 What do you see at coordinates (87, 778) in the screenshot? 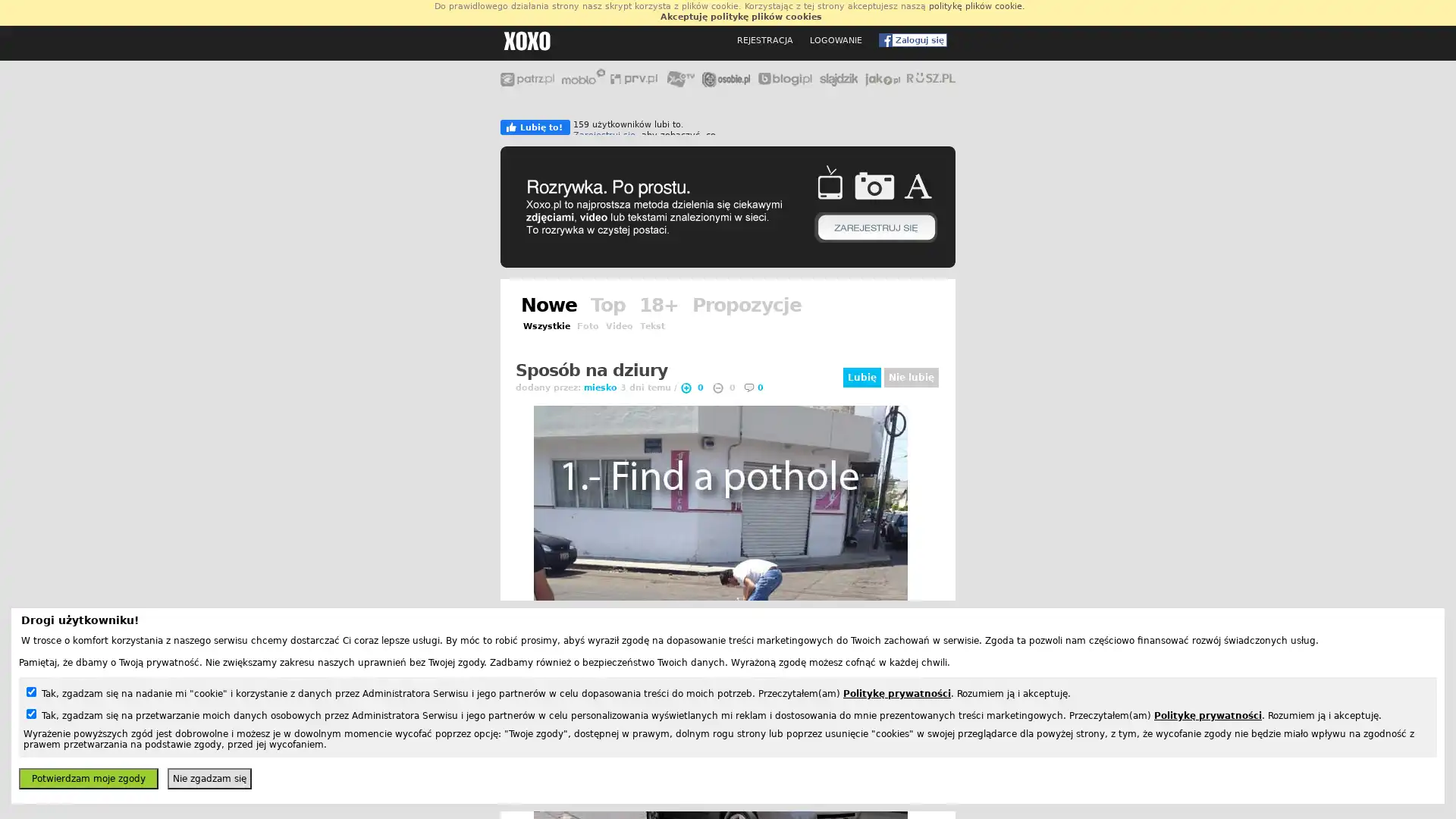
I see `Potwierdzam moje zgody` at bounding box center [87, 778].